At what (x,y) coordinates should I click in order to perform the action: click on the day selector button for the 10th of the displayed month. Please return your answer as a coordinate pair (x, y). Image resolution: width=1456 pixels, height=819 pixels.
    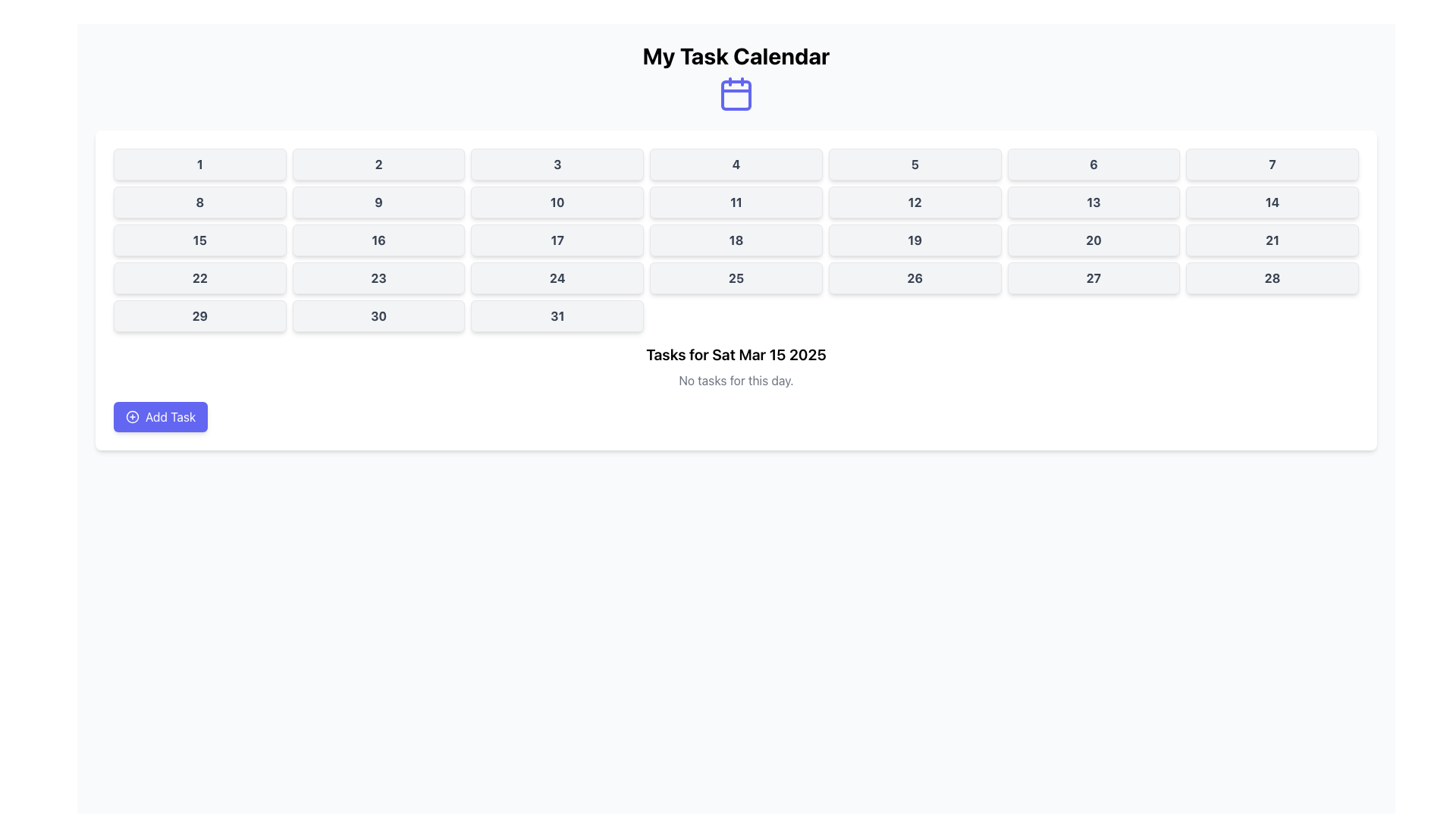
    Looking at the image, I should click on (557, 201).